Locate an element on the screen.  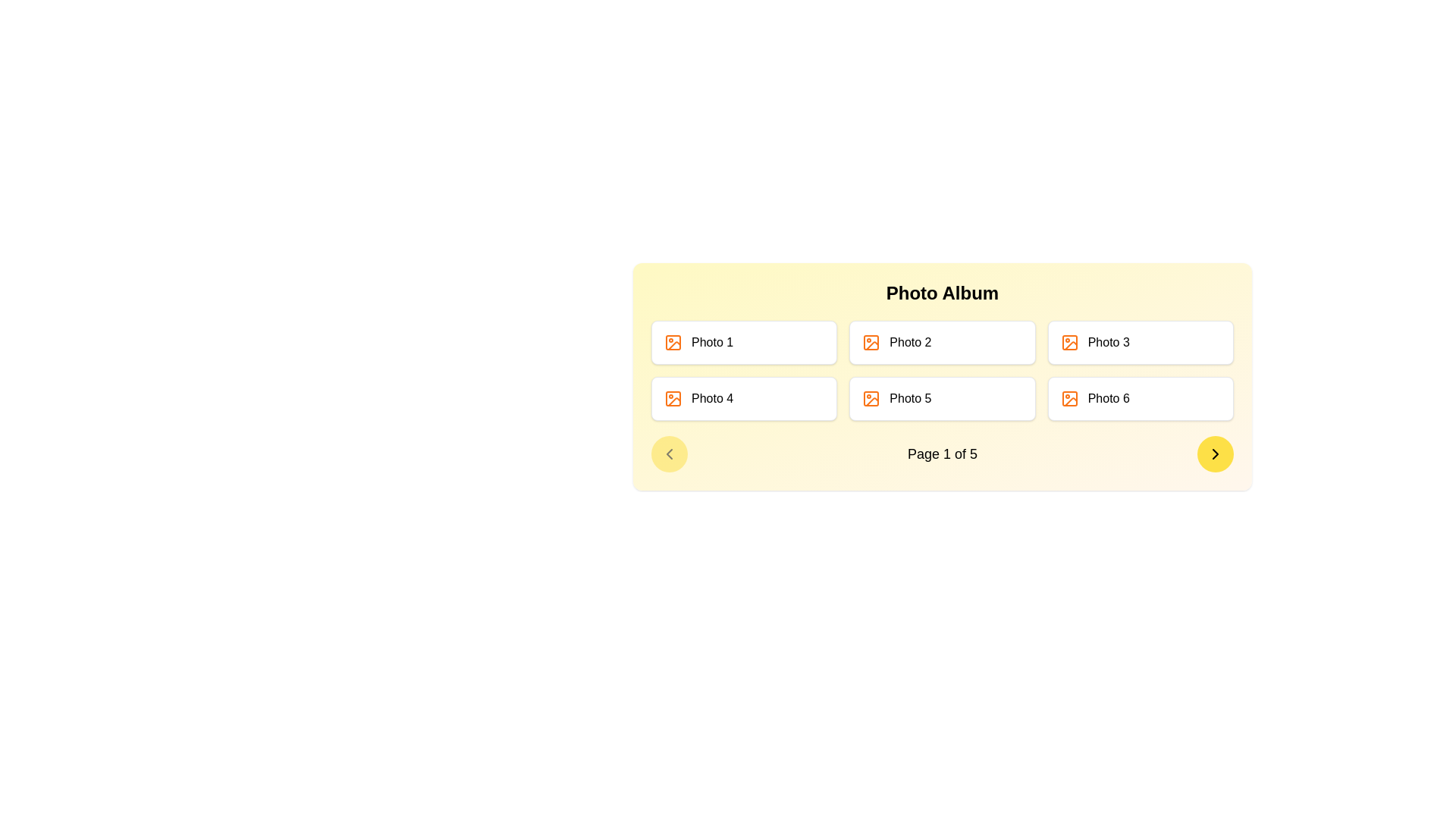
the 'Photo 4' icon within its button group is located at coordinates (673, 397).